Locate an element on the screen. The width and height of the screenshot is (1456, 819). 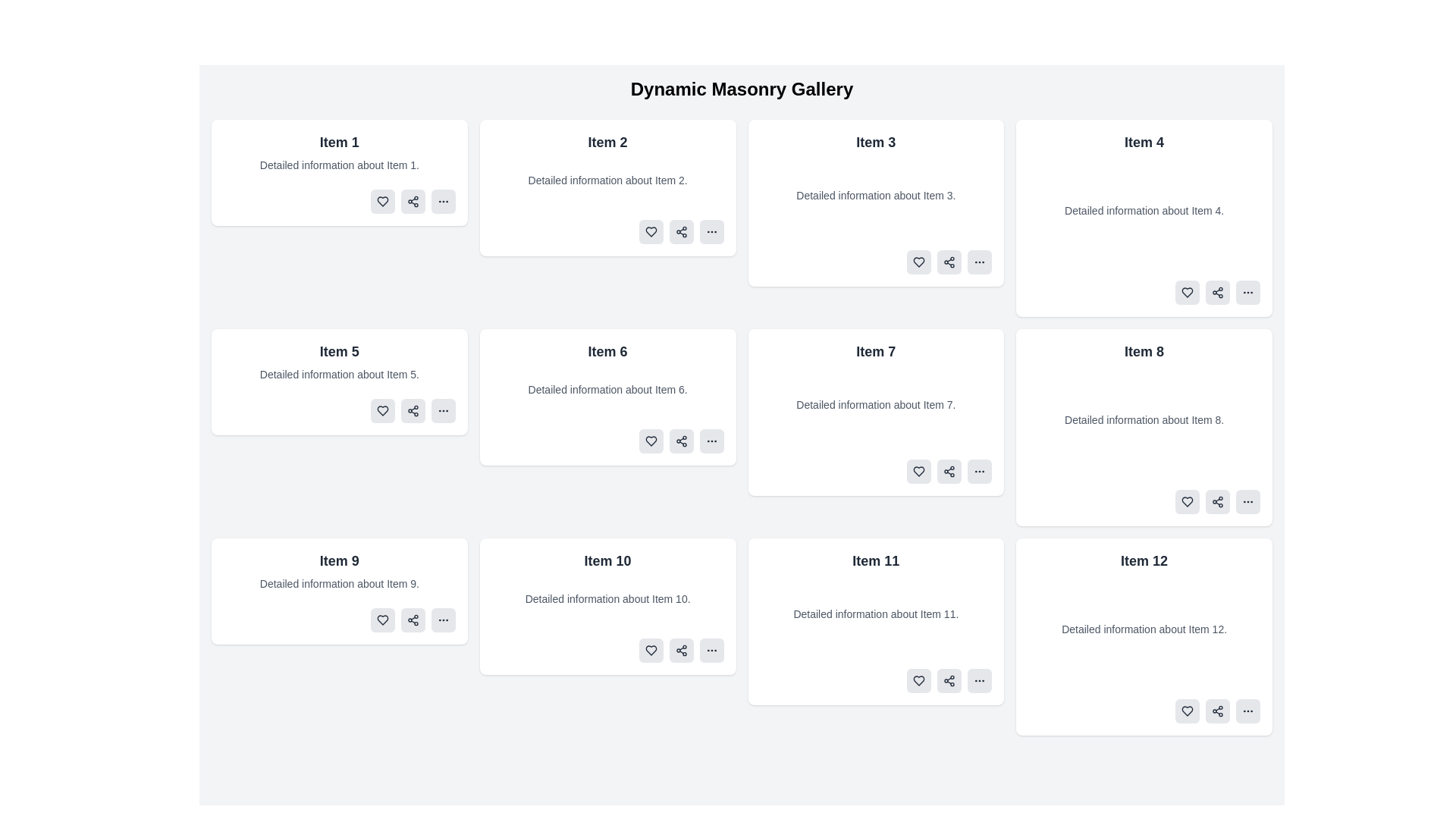
the hollow heart-shaped vector graphic icon located in the first row of the dynamic masonry gallery under 'Item 1' is located at coordinates (382, 201).